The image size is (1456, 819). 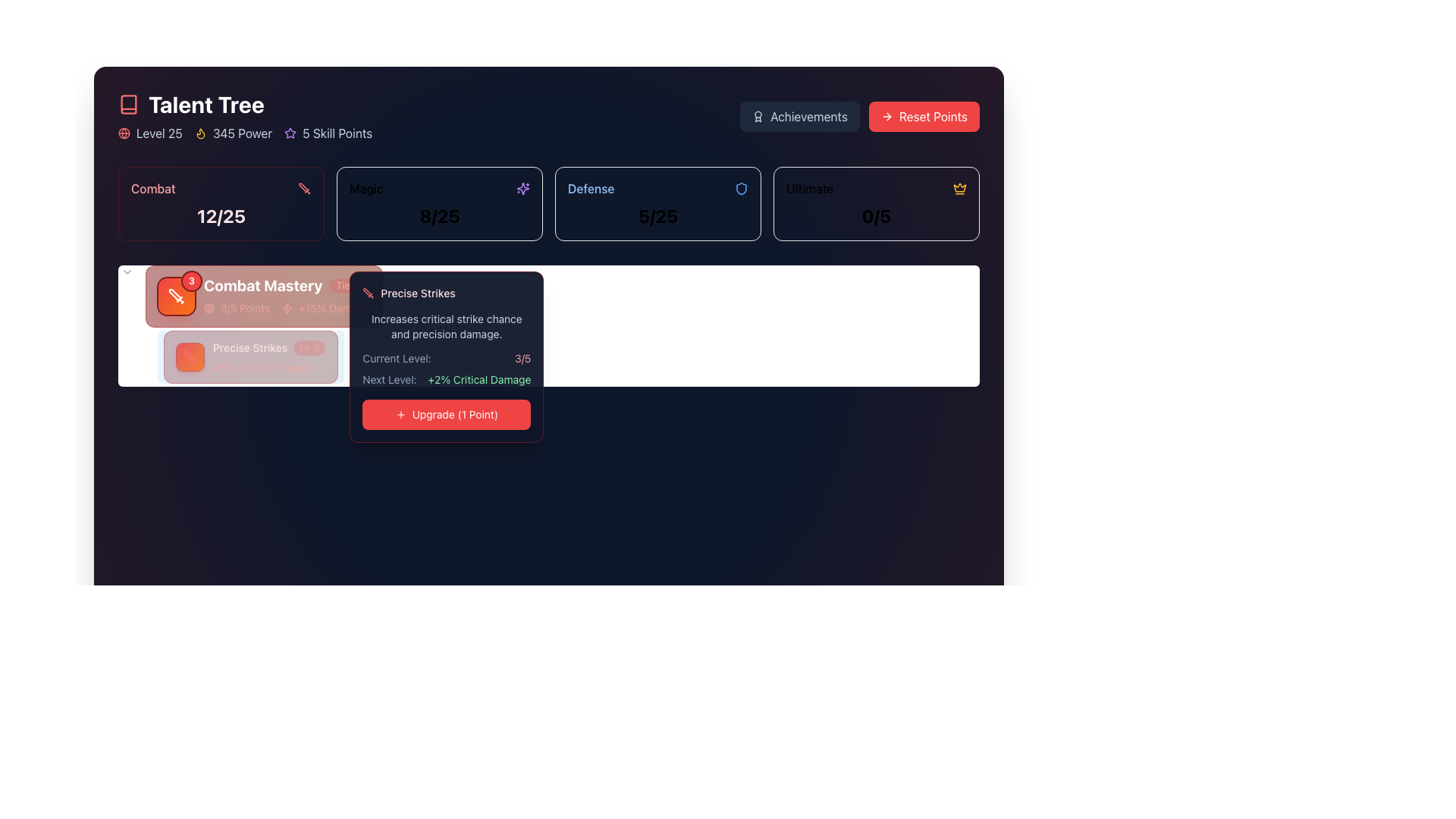 What do you see at coordinates (580, 242) in the screenshot?
I see `the circular outline of the clock icon, which is part of an SVG graphic and positioned above the 'Defense' section, aligning with similar icons` at bounding box center [580, 242].